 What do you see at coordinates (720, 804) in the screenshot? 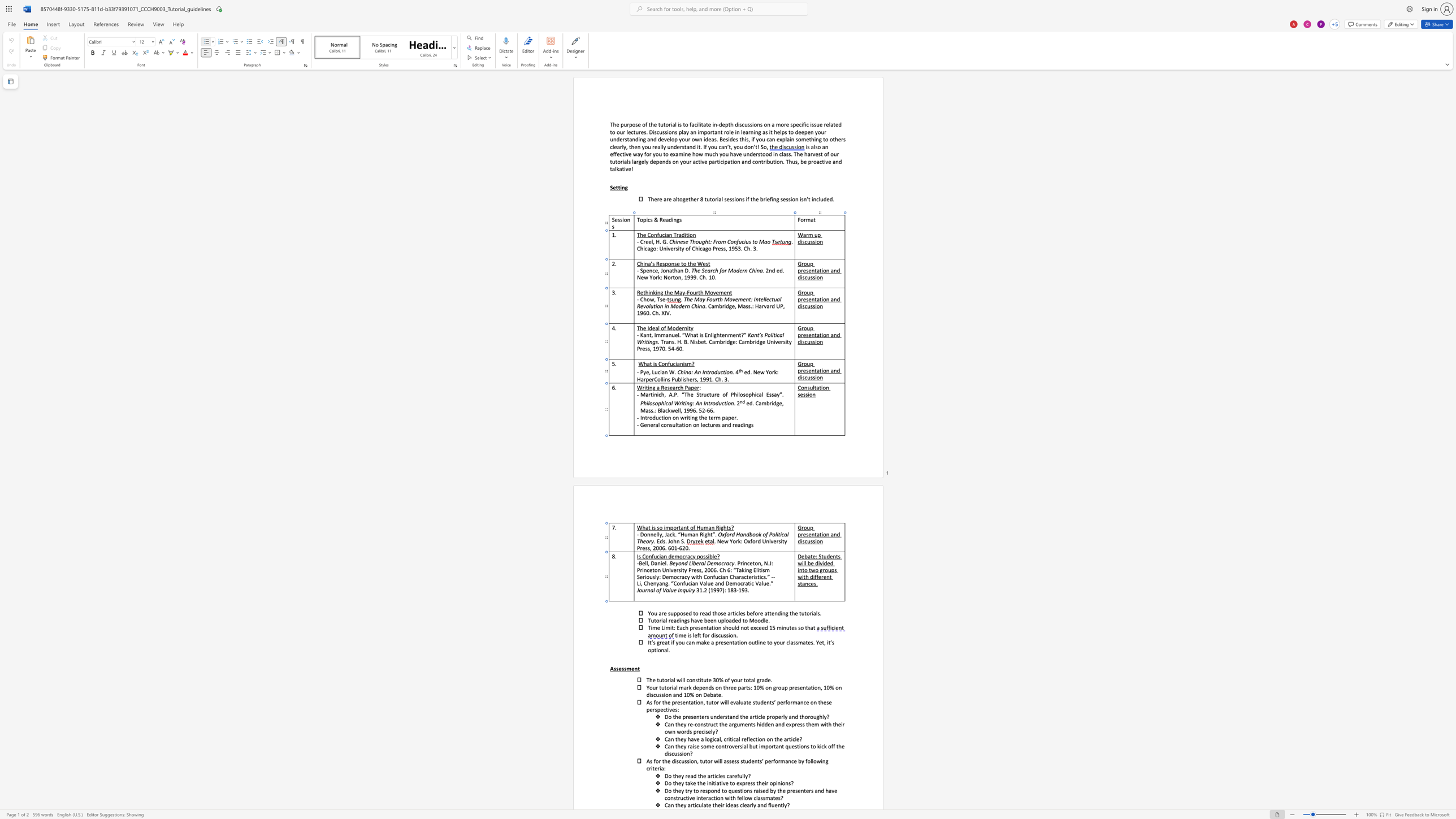
I see `the space between the continuous character "e" and "i" in the text` at bounding box center [720, 804].